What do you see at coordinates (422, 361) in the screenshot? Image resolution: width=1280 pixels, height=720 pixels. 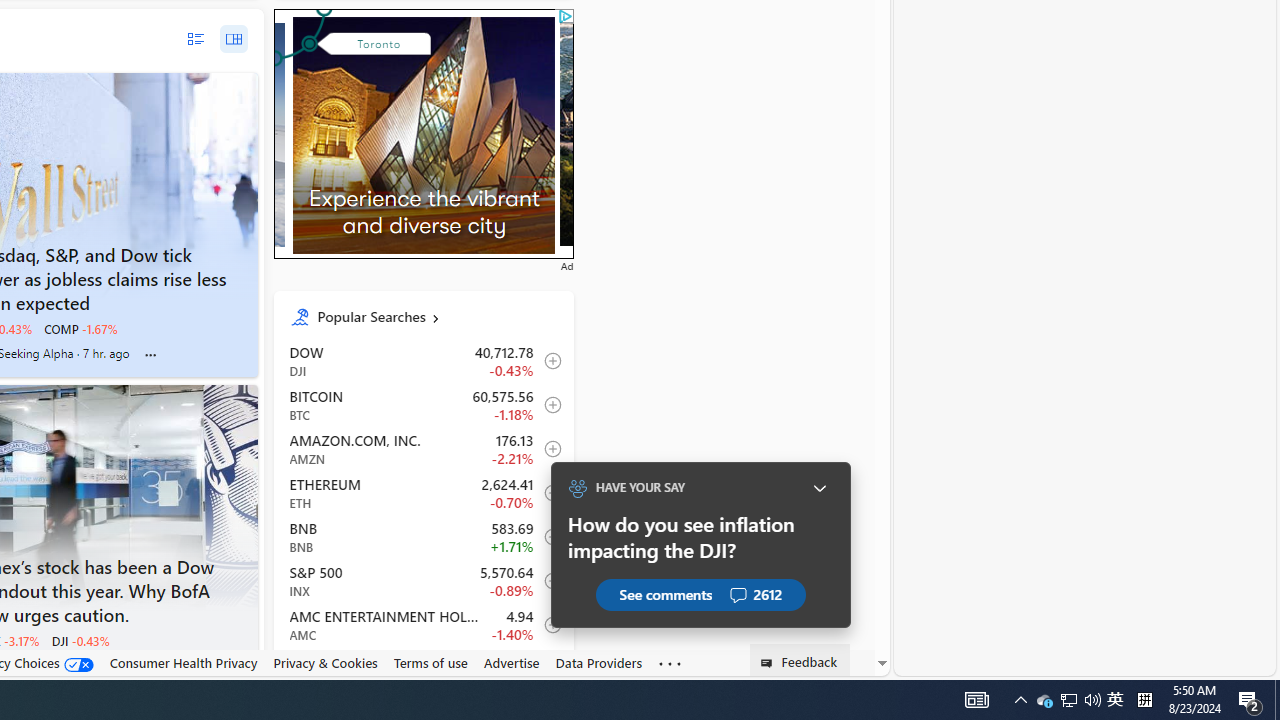 I see `'DJI DOW decrease 40,712.78 -177.71 -0.43% itemundefined'` at bounding box center [422, 361].